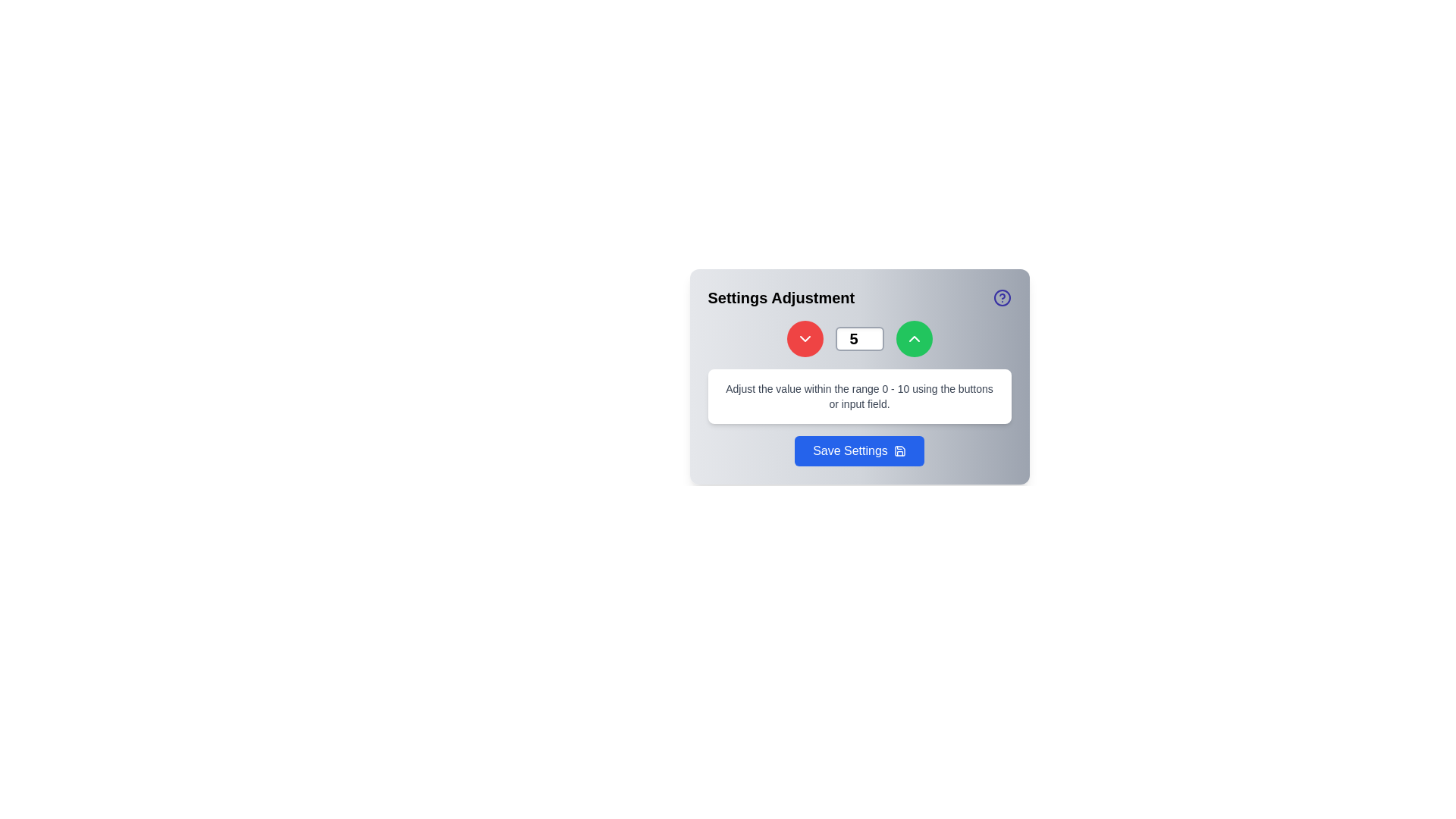 This screenshot has width=1456, height=819. I want to click on the decrease value button in the 'Settings Adjustment' interface, so click(804, 338).